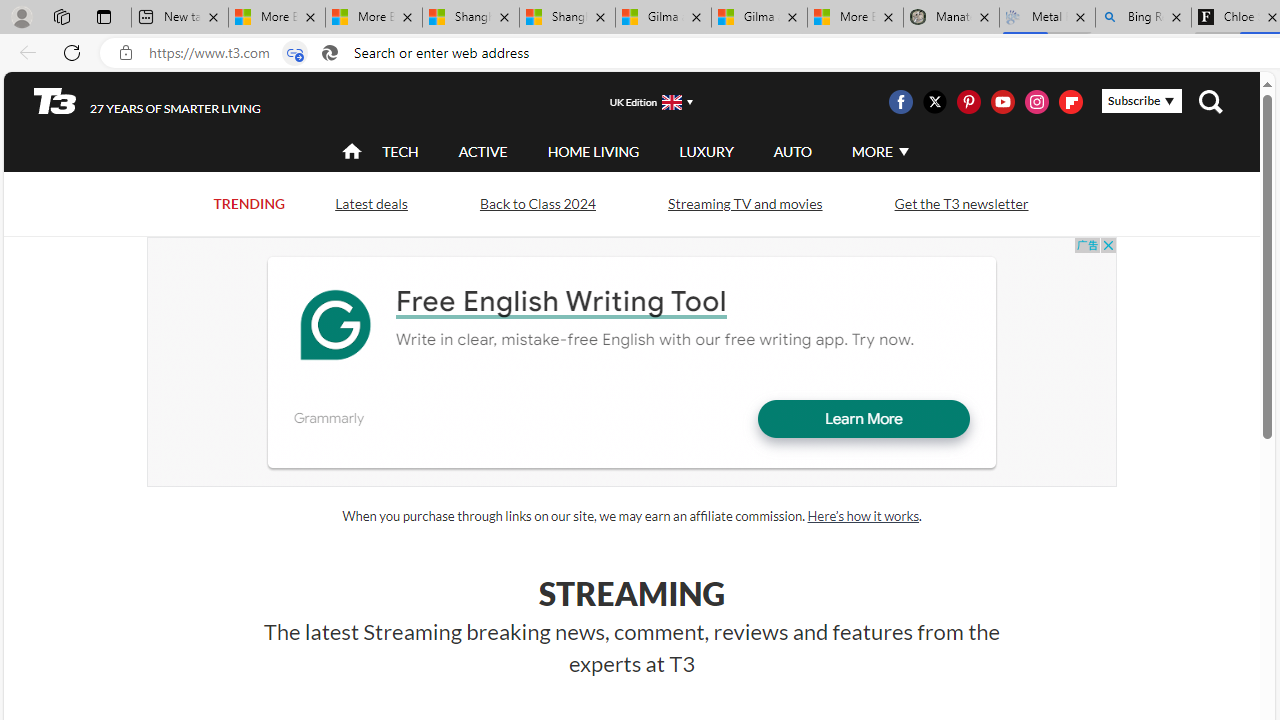 The width and height of the screenshot is (1280, 720). Describe the element at coordinates (743, 203) in the screenshot. I see `'Streaming TV and movies'` at that location.